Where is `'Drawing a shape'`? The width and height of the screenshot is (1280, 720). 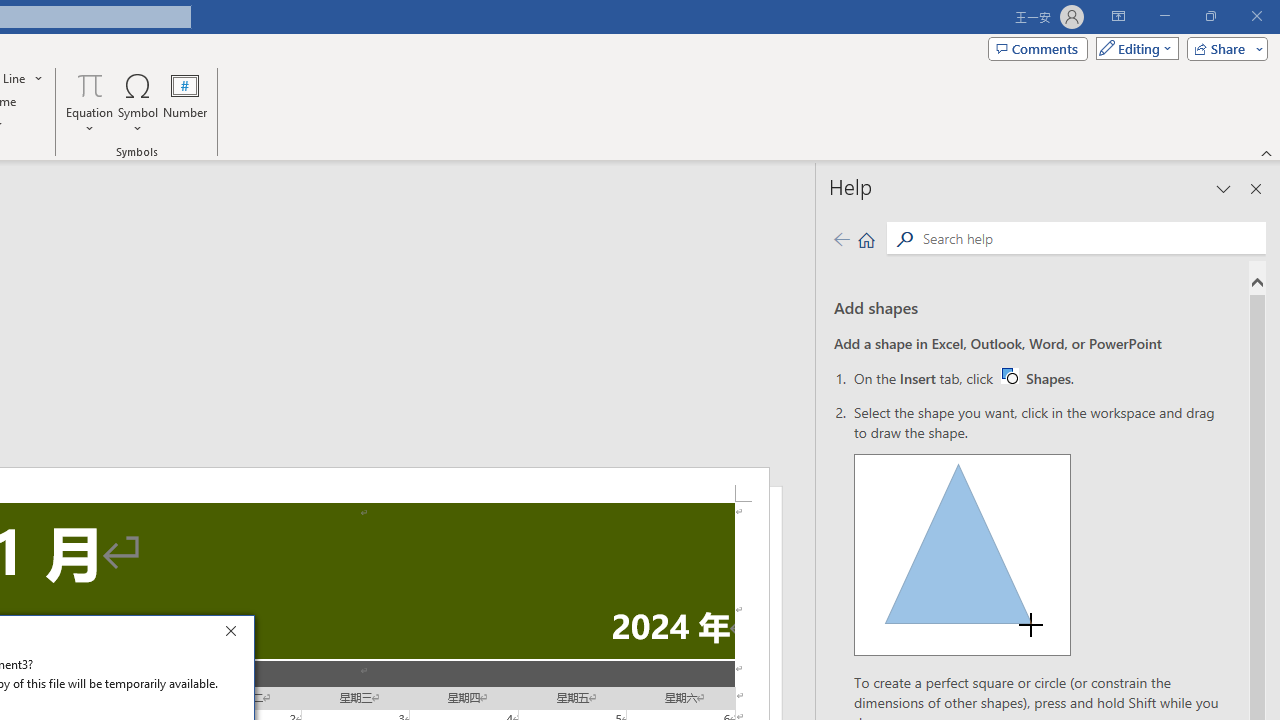 'Drawing a shape' is located at coordinates (962, 555).